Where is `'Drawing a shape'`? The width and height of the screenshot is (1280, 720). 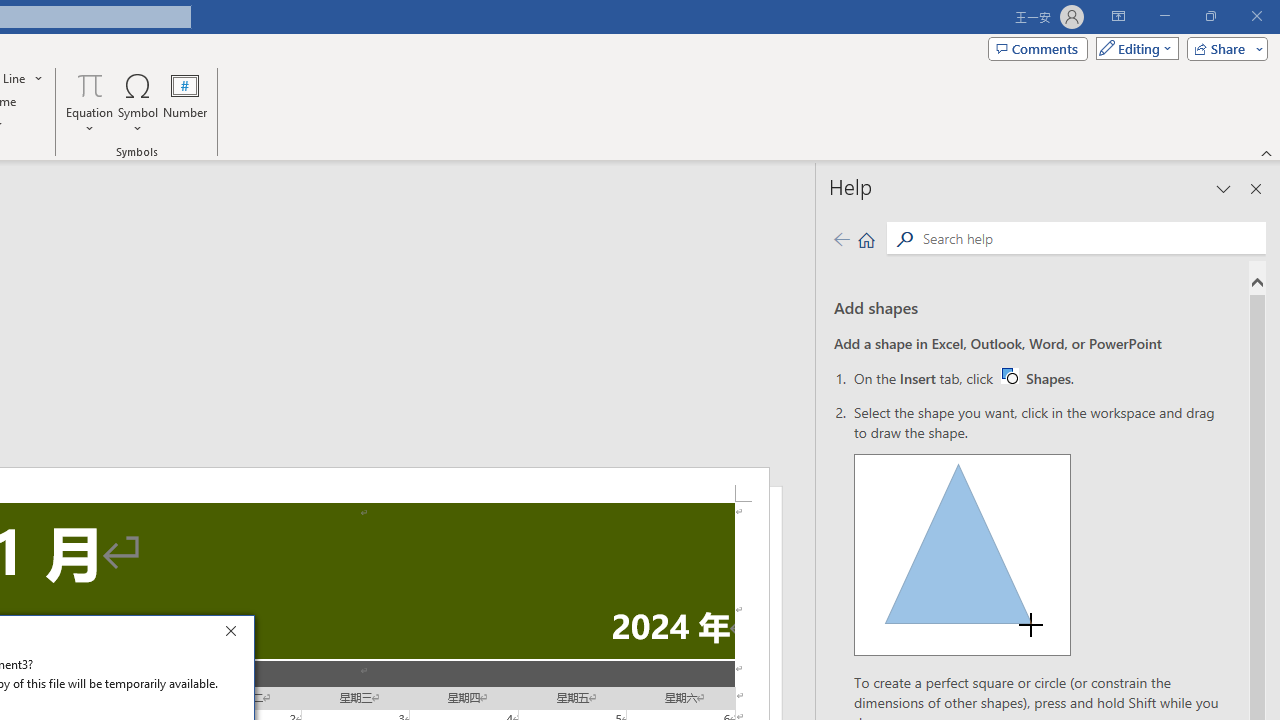 'Drawing a shape' is located at coordinates (962, 555).